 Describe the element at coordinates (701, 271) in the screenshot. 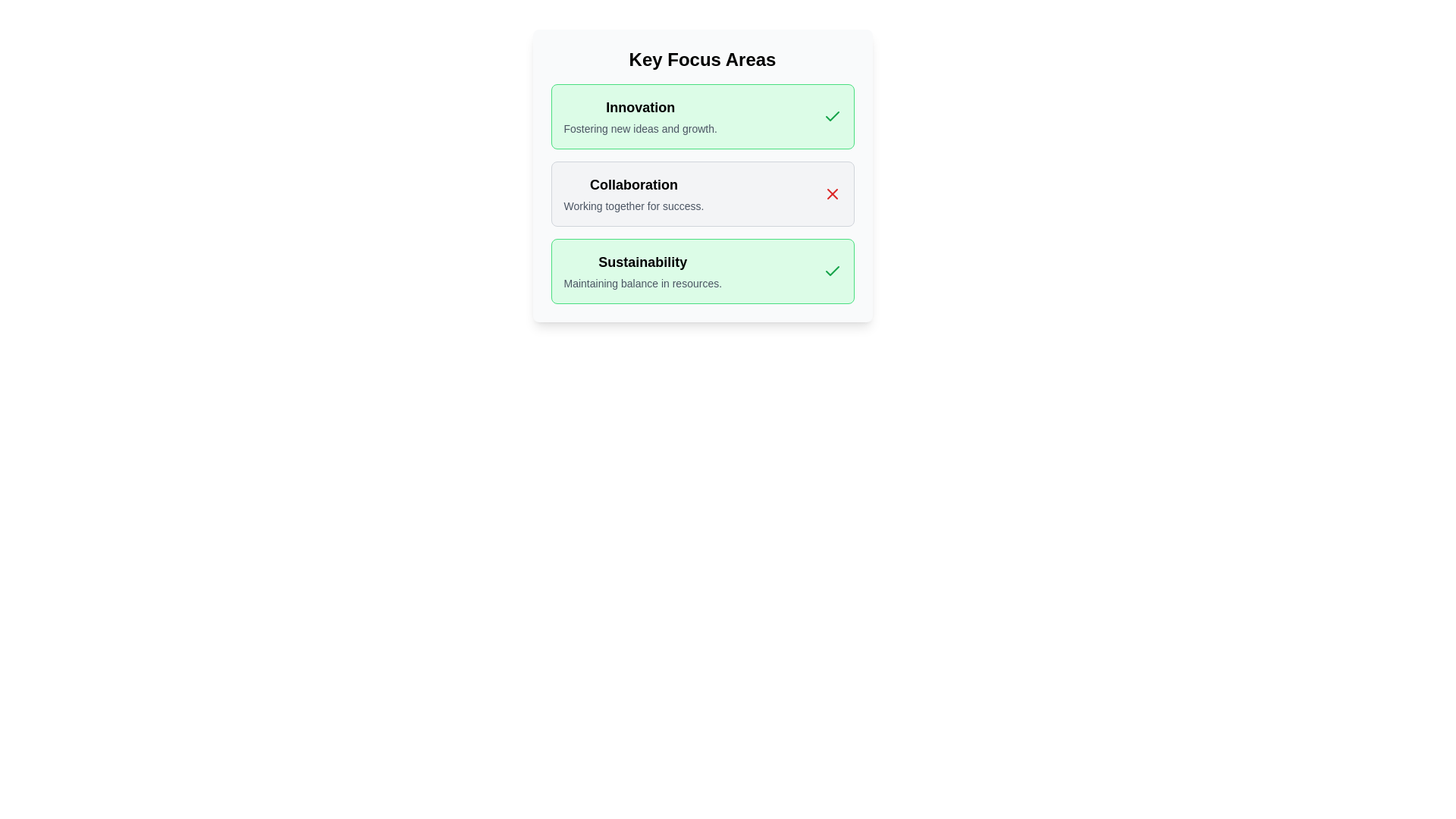

I see `the chip labeled Sustainability` at that location.